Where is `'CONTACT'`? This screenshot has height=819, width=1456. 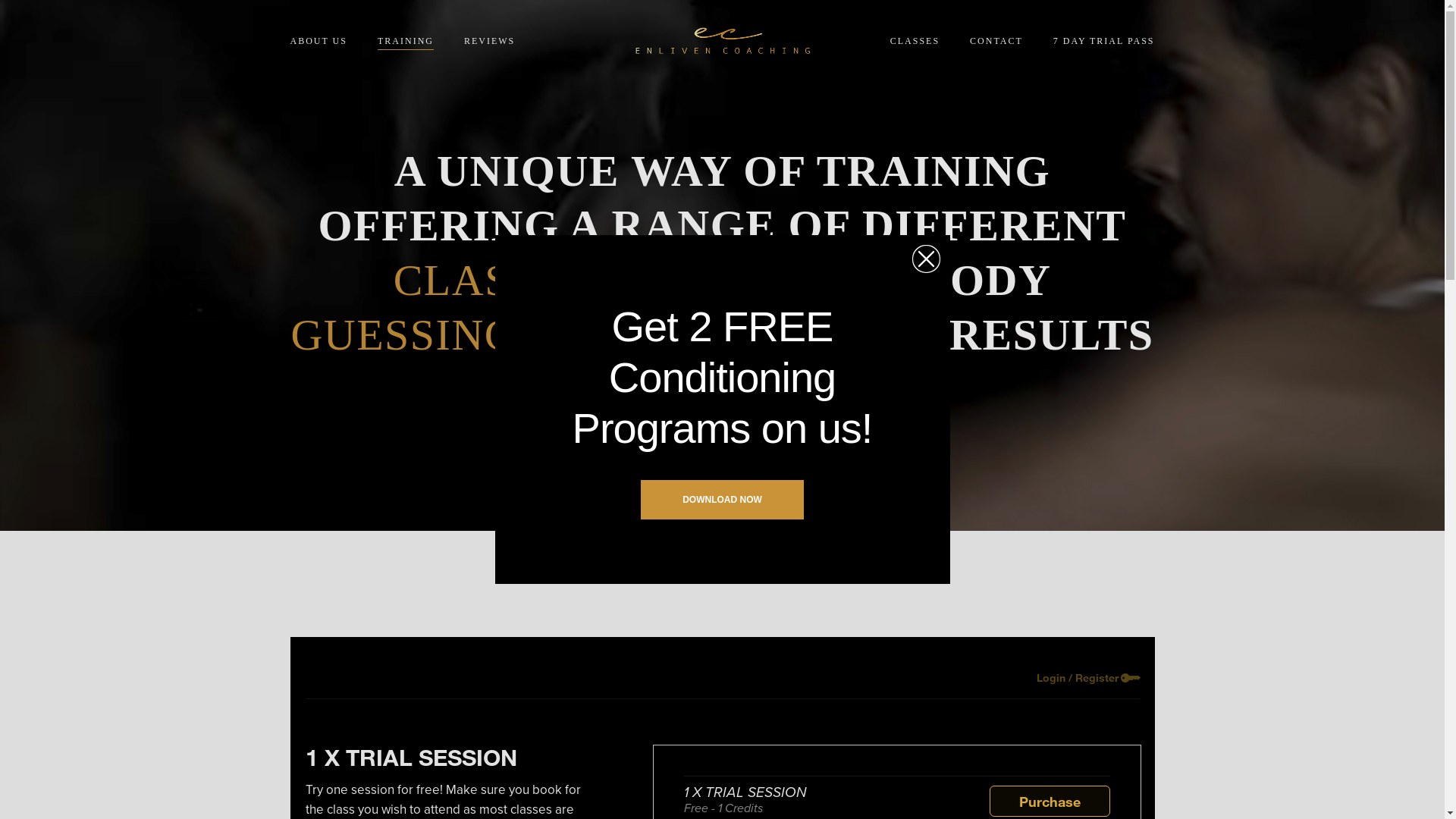
'CONTACT' is located at coordinates (996, 40).